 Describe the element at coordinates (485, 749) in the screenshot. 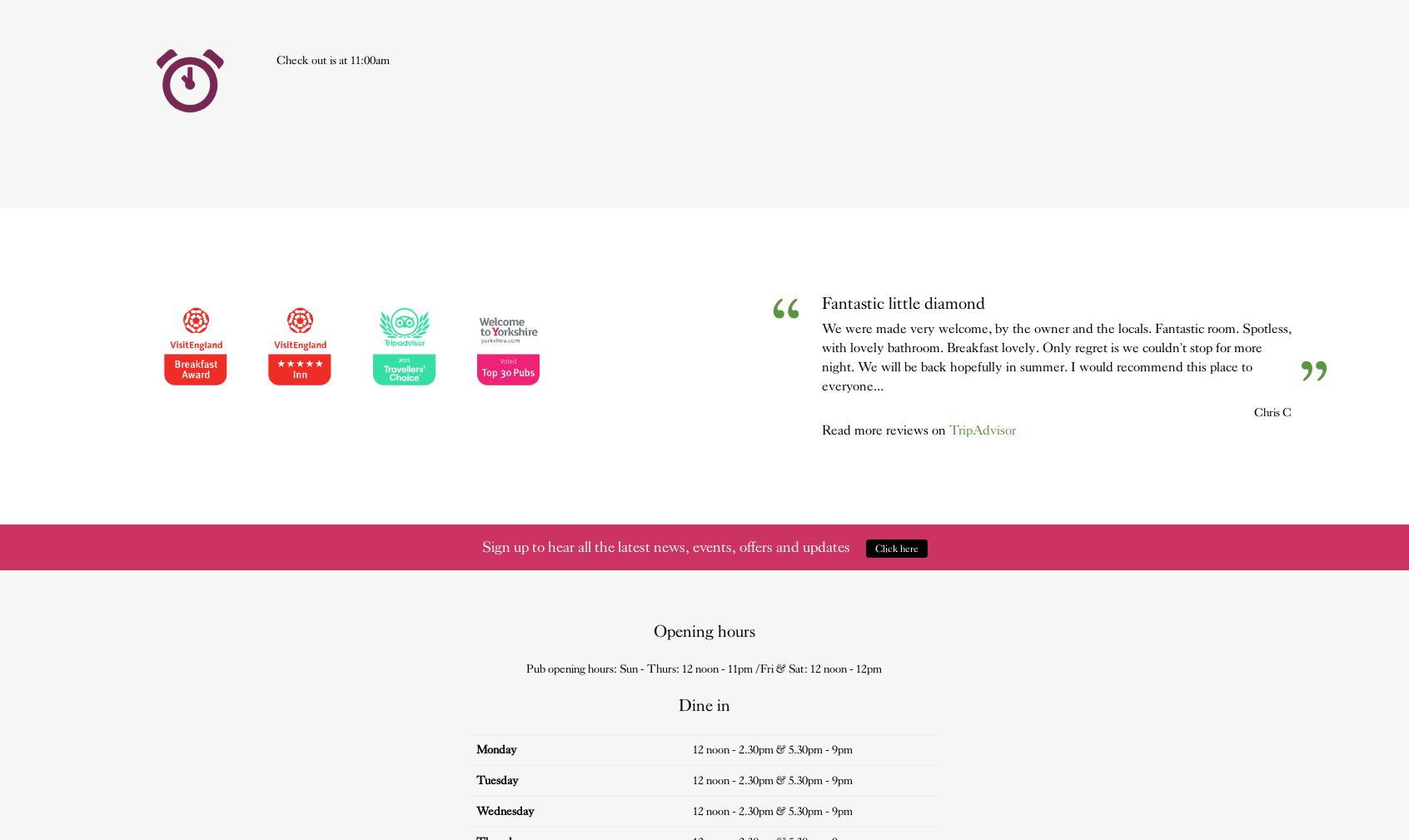

I see `'Mon'` at that location.